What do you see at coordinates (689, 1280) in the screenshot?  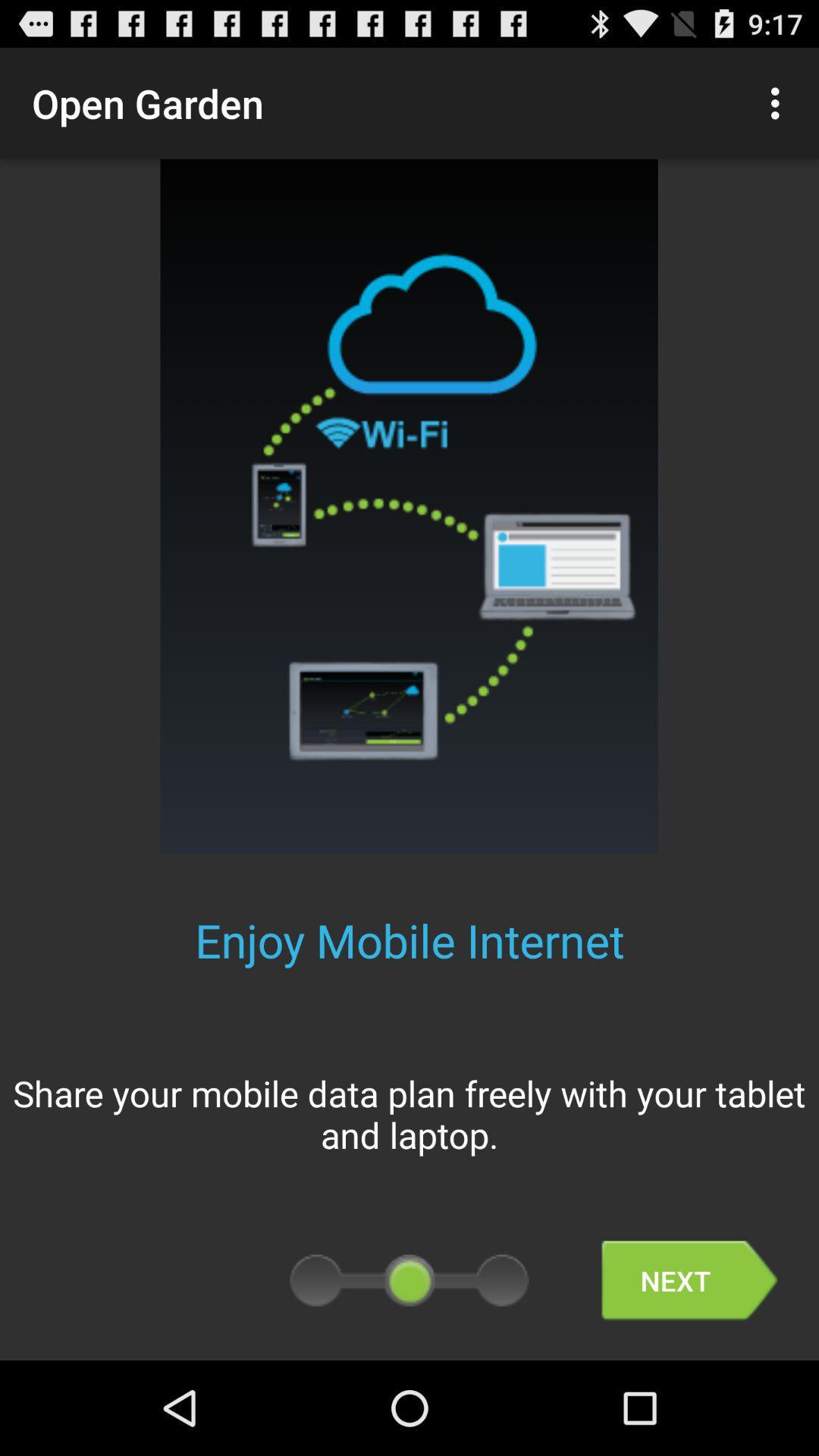 I see `the next item` at bounding box center [689, 1280].